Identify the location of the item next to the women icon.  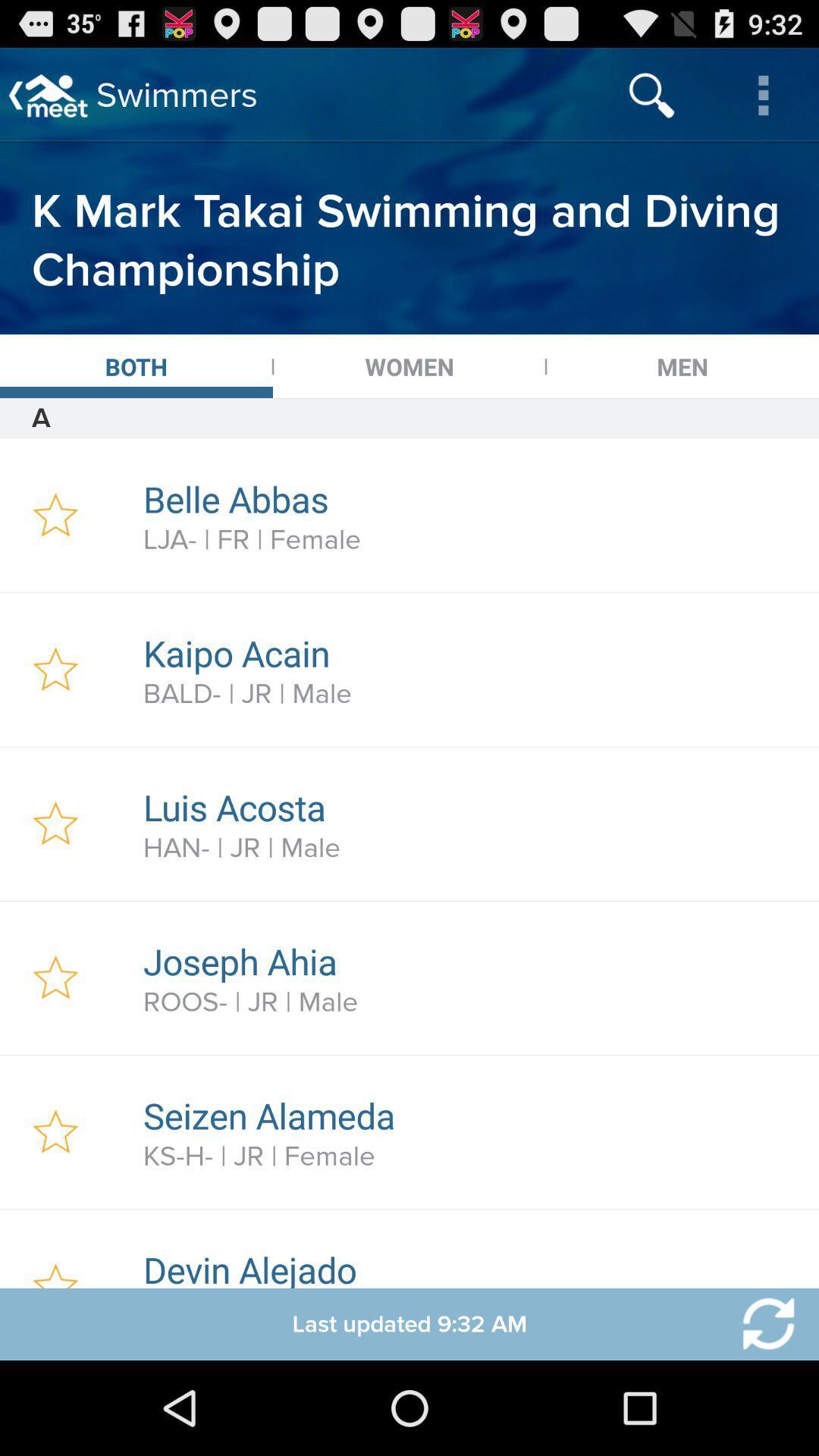
(681, 366).